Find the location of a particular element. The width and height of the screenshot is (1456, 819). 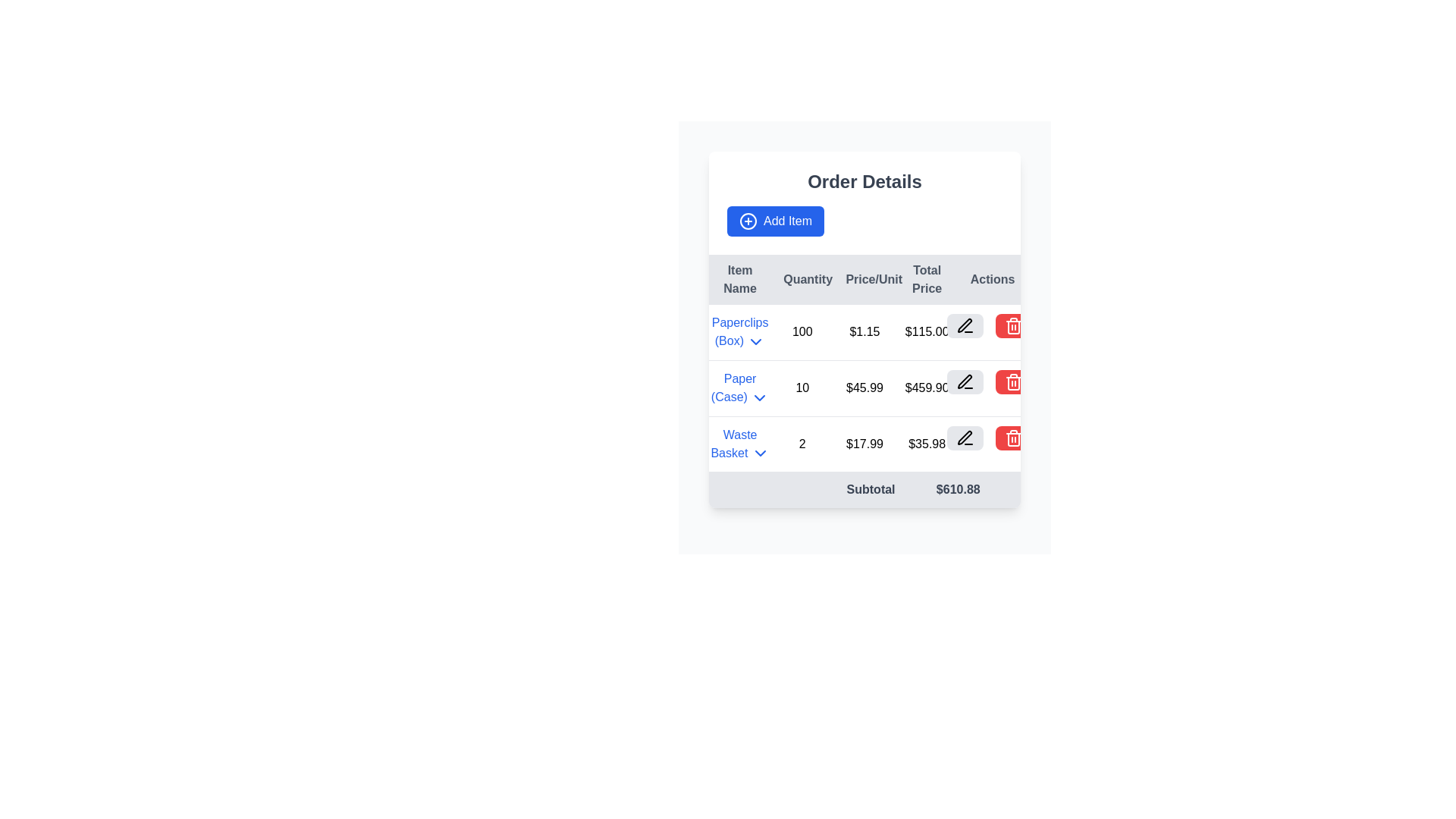

the dropdown chevron icon is located at coordinates (760, 397).